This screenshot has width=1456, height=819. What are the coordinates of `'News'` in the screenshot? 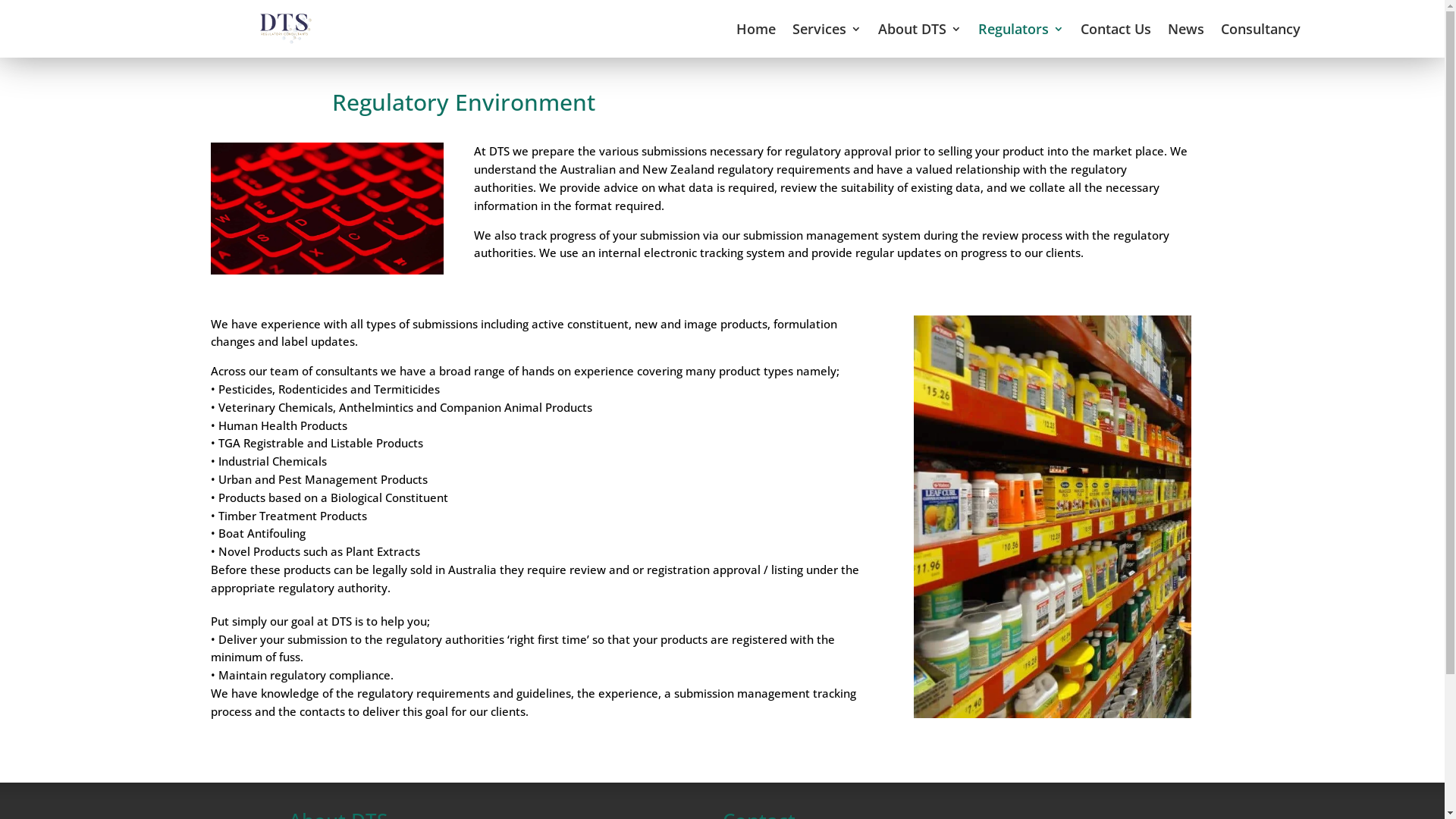 It's located at (1185, 29).